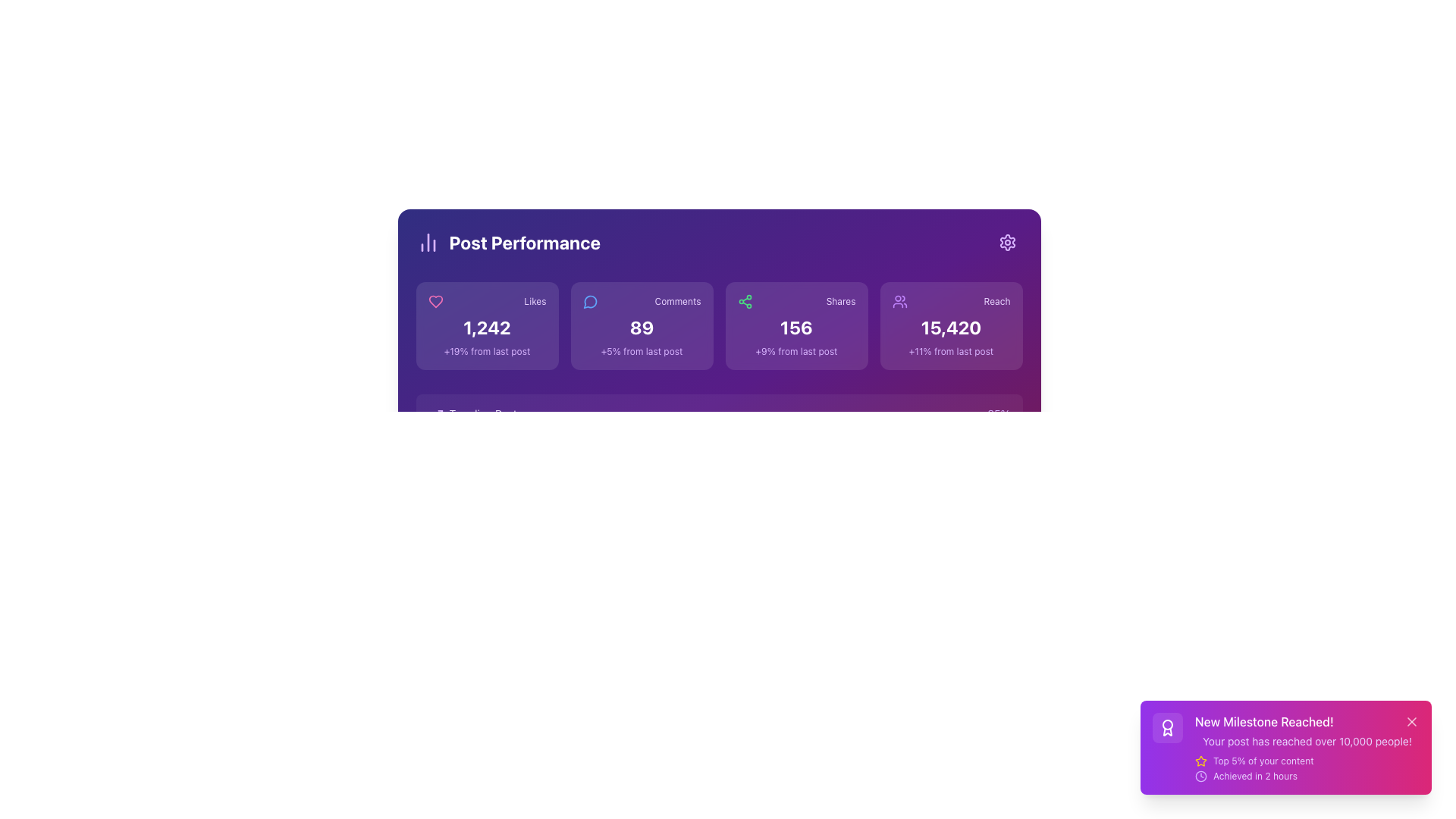 This screenshot has height=819, width=1456. I want to click on the numeric indicator displaying the 'Likes' count, which is part of an analytics summary interface, positioned below a heart icon and above a smaller text '+19% from last post.', so click(487, 327).